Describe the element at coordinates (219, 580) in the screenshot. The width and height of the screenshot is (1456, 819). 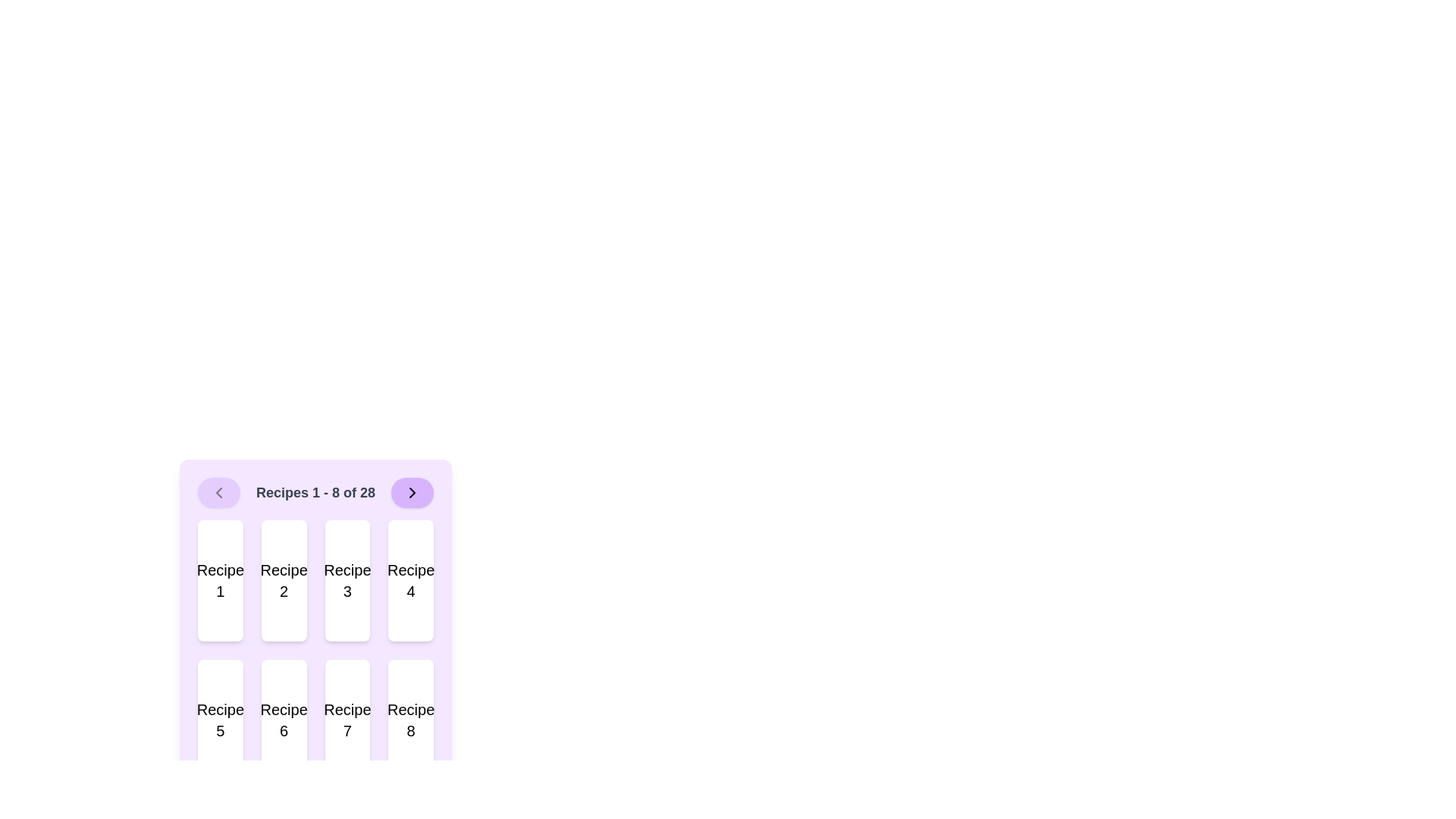
I see `the text component displaying 'Recipe 1' which is centered within its card and features a bold font` at that location.